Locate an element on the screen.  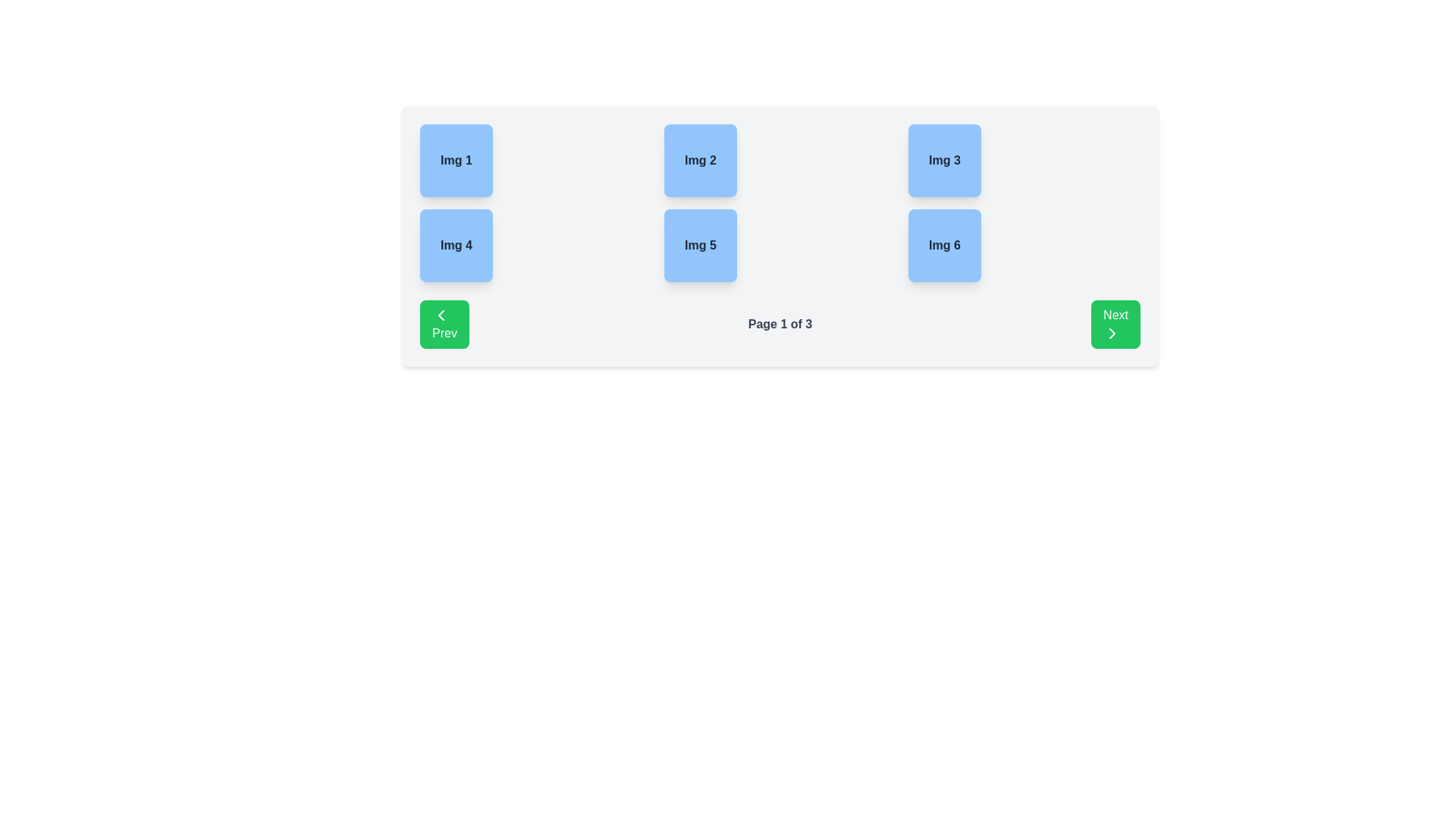
the blue square tile with rounded corners labeled 'Img 1' is located at coordinates (455, 161).